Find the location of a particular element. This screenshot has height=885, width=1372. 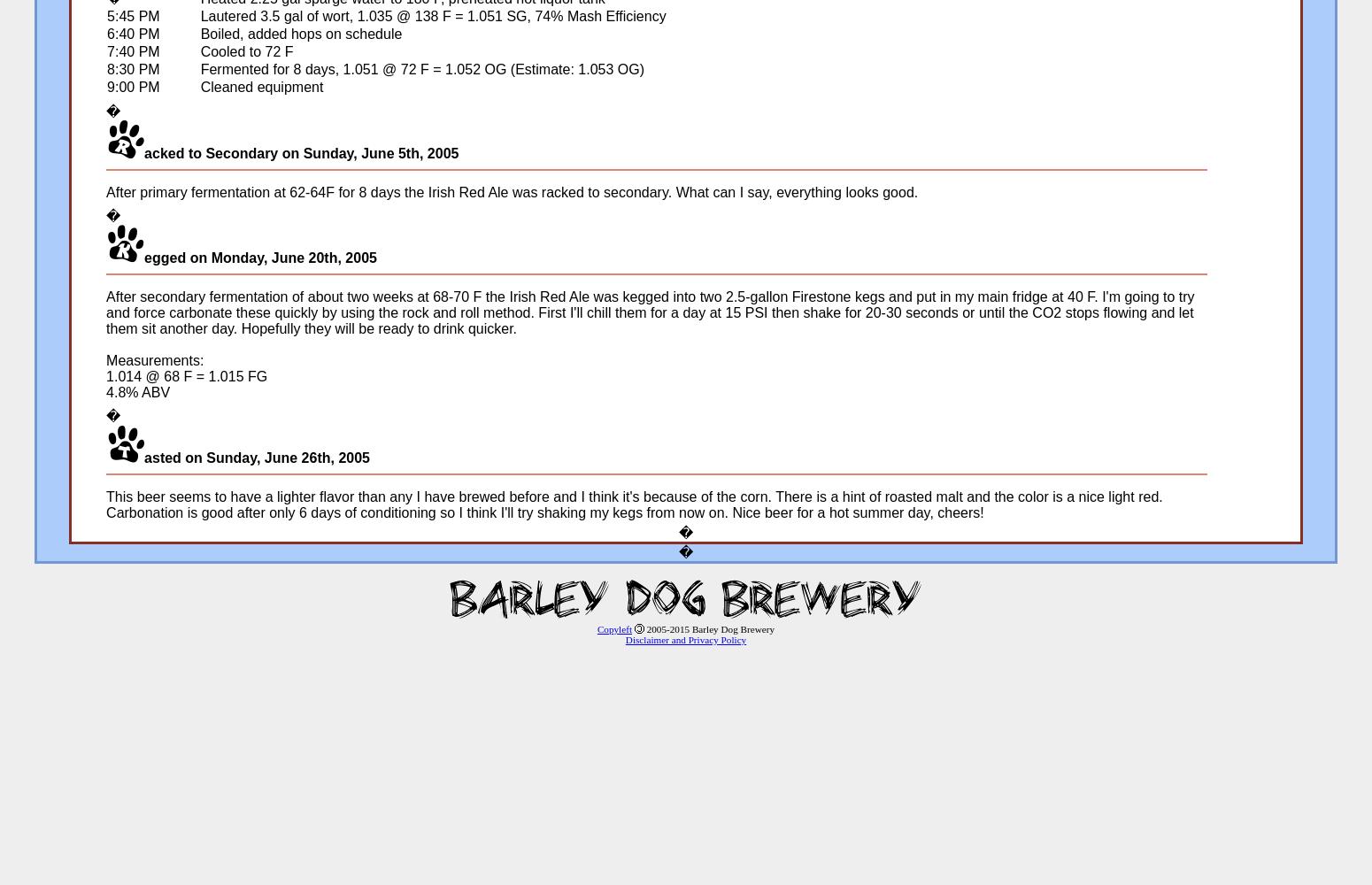

'4.8% ABV' is located at coordinates (137, 391).